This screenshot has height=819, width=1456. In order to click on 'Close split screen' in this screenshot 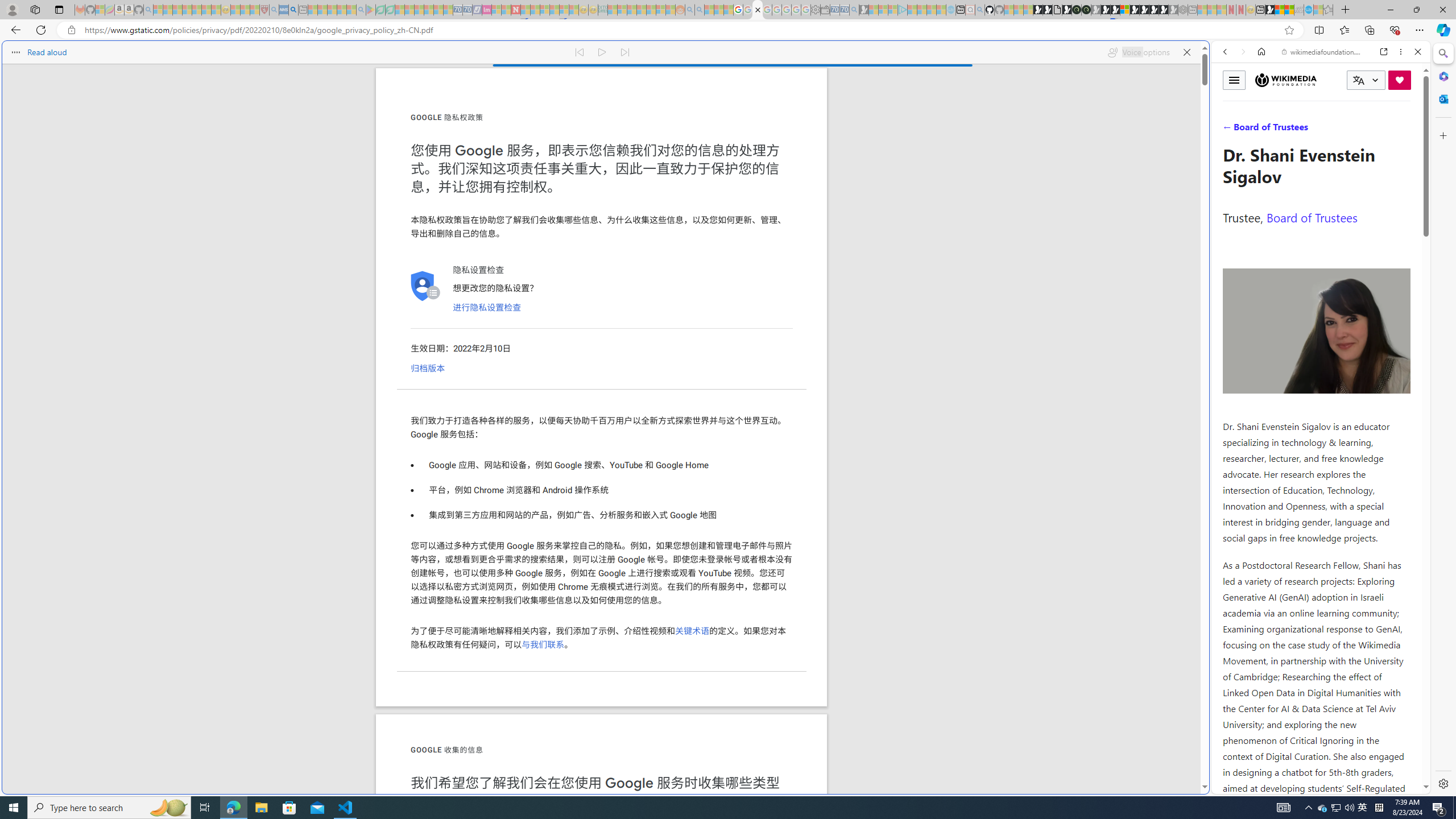, I will do `click(1207, 57)`.